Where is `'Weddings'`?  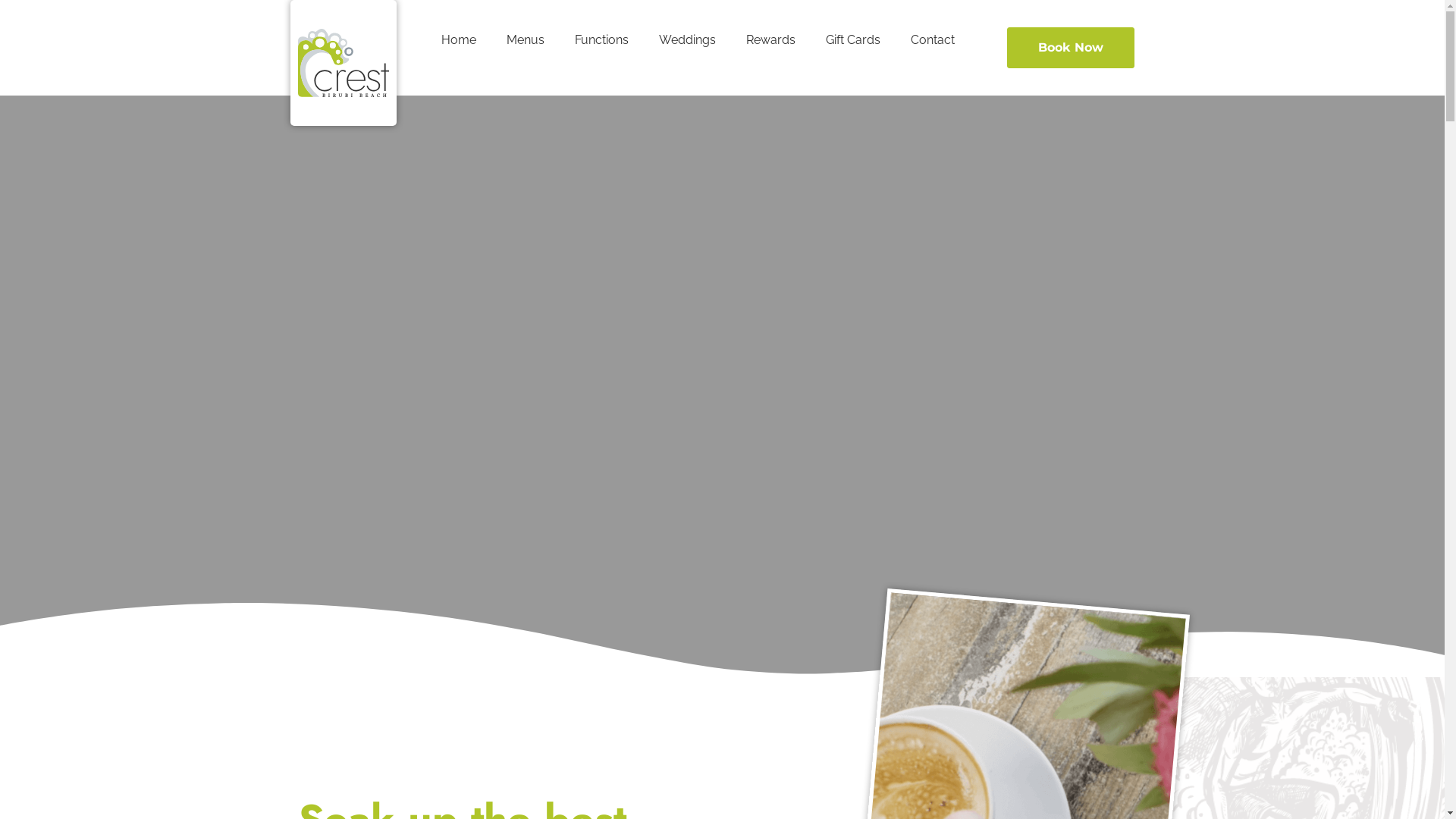
'Weddings' is located at coordinates (644, 39).